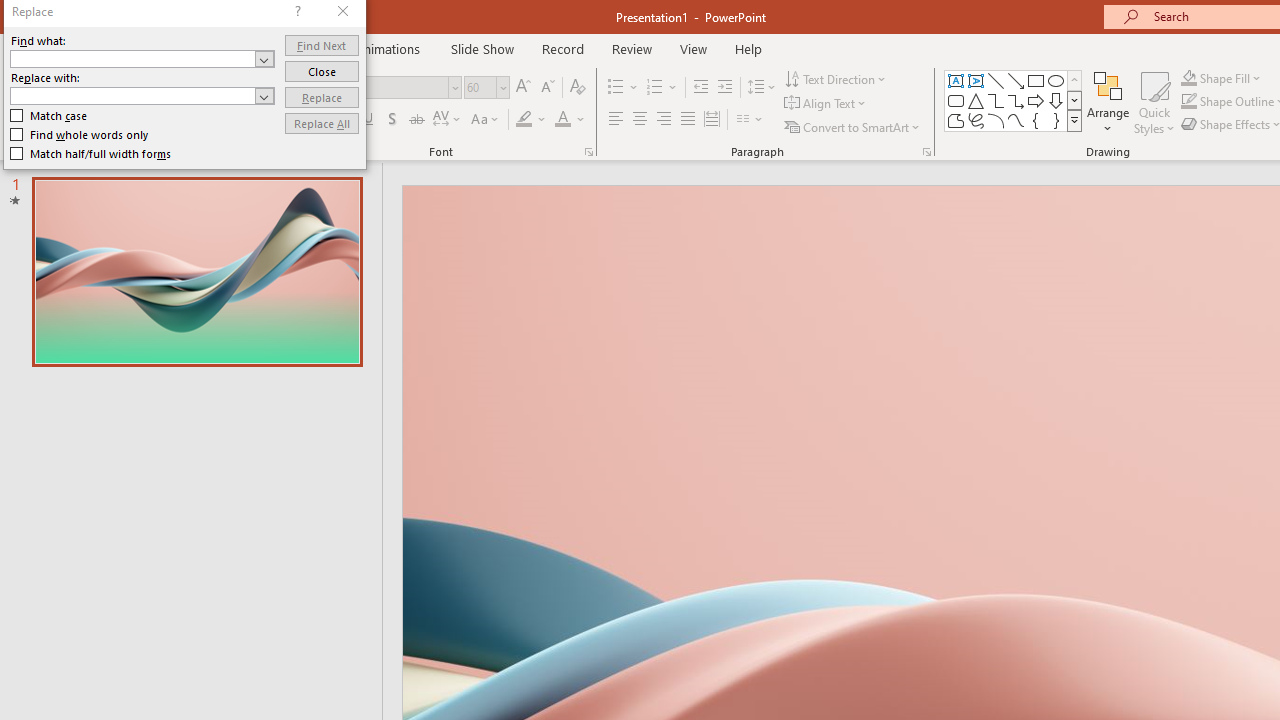  I want to click on 'Find what', so click(141, 57).